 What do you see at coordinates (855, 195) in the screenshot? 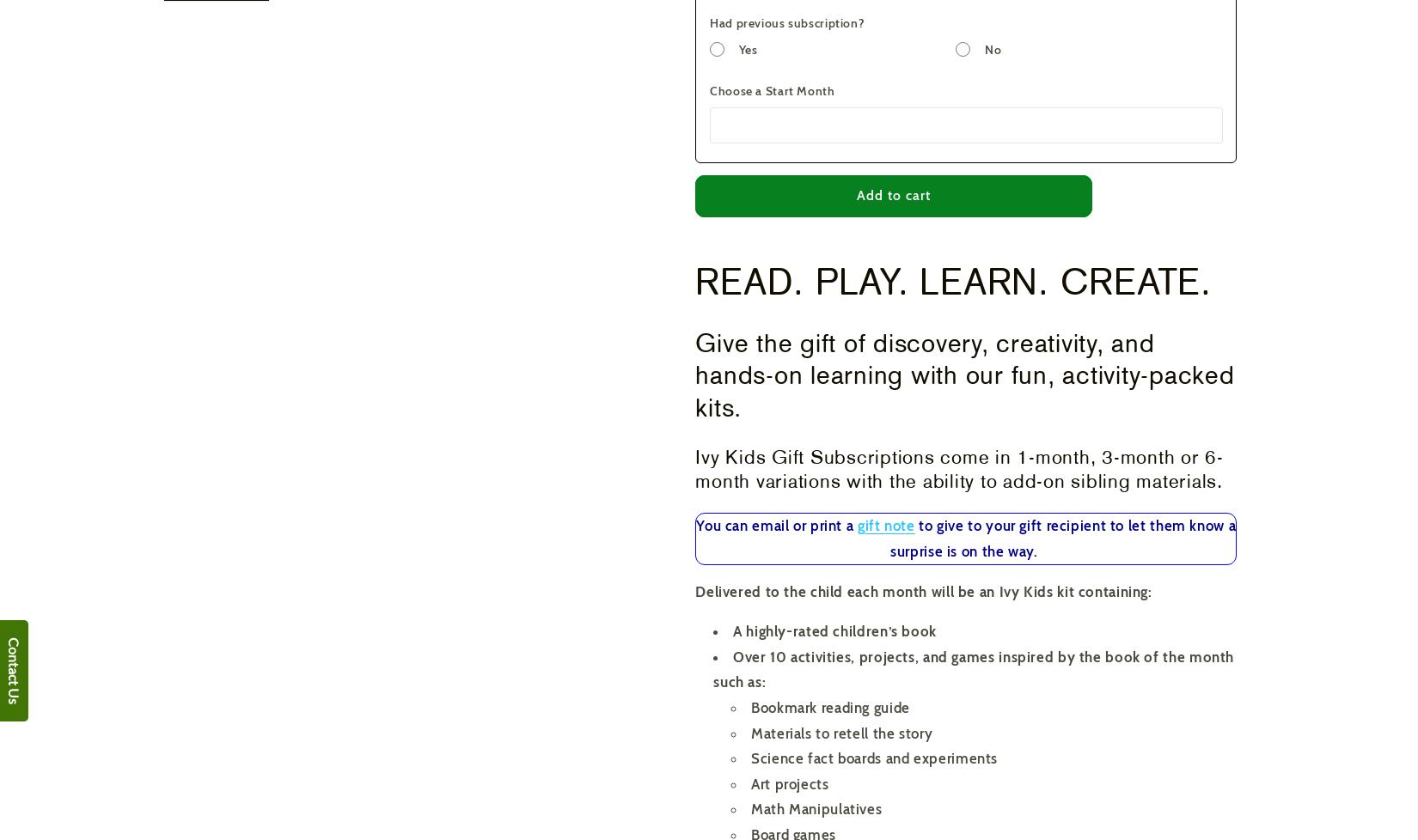
I see `'Add to cart'` at bounding box center [855, 195].